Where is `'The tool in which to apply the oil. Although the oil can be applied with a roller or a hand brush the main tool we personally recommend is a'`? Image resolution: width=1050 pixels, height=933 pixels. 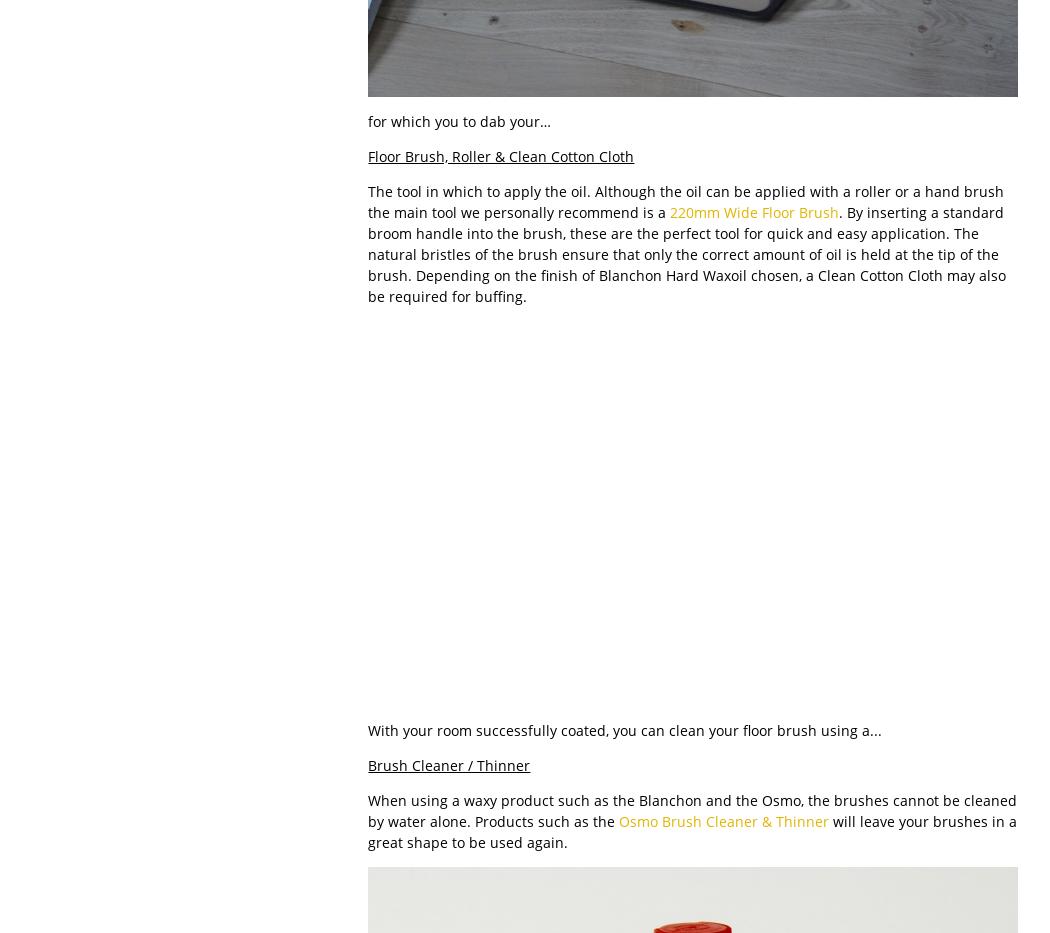 'The tool in which to apply the oil. Although the oil can be applied with a roller or a hand brush the main tool we personally recommend is a' is located at coordinates (685, 201).